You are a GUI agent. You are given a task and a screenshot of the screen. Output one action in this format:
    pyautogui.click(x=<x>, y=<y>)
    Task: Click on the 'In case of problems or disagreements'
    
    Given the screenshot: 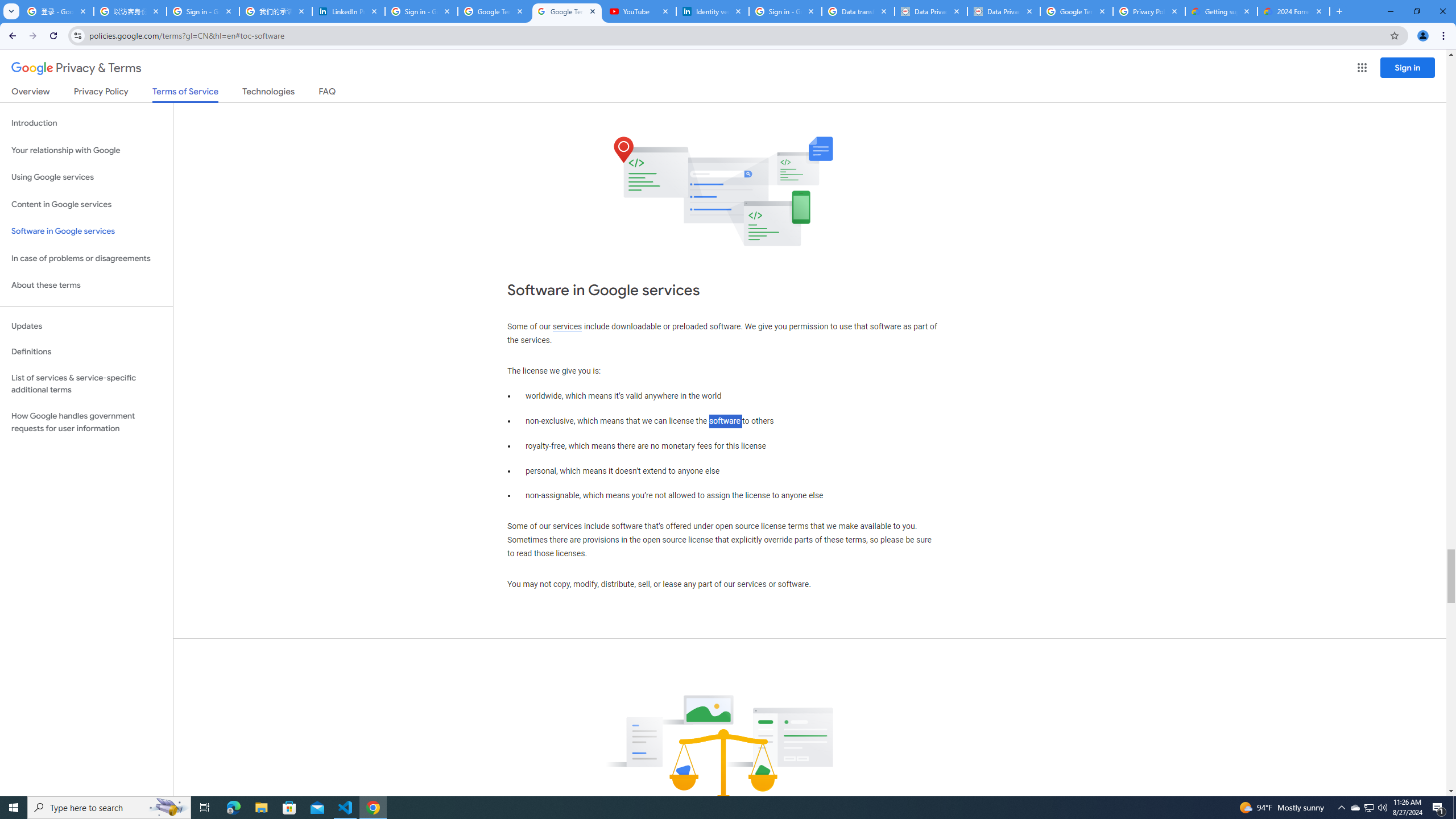 What is the action you would take?
    pyautogui.click(x=86, y=259)
    